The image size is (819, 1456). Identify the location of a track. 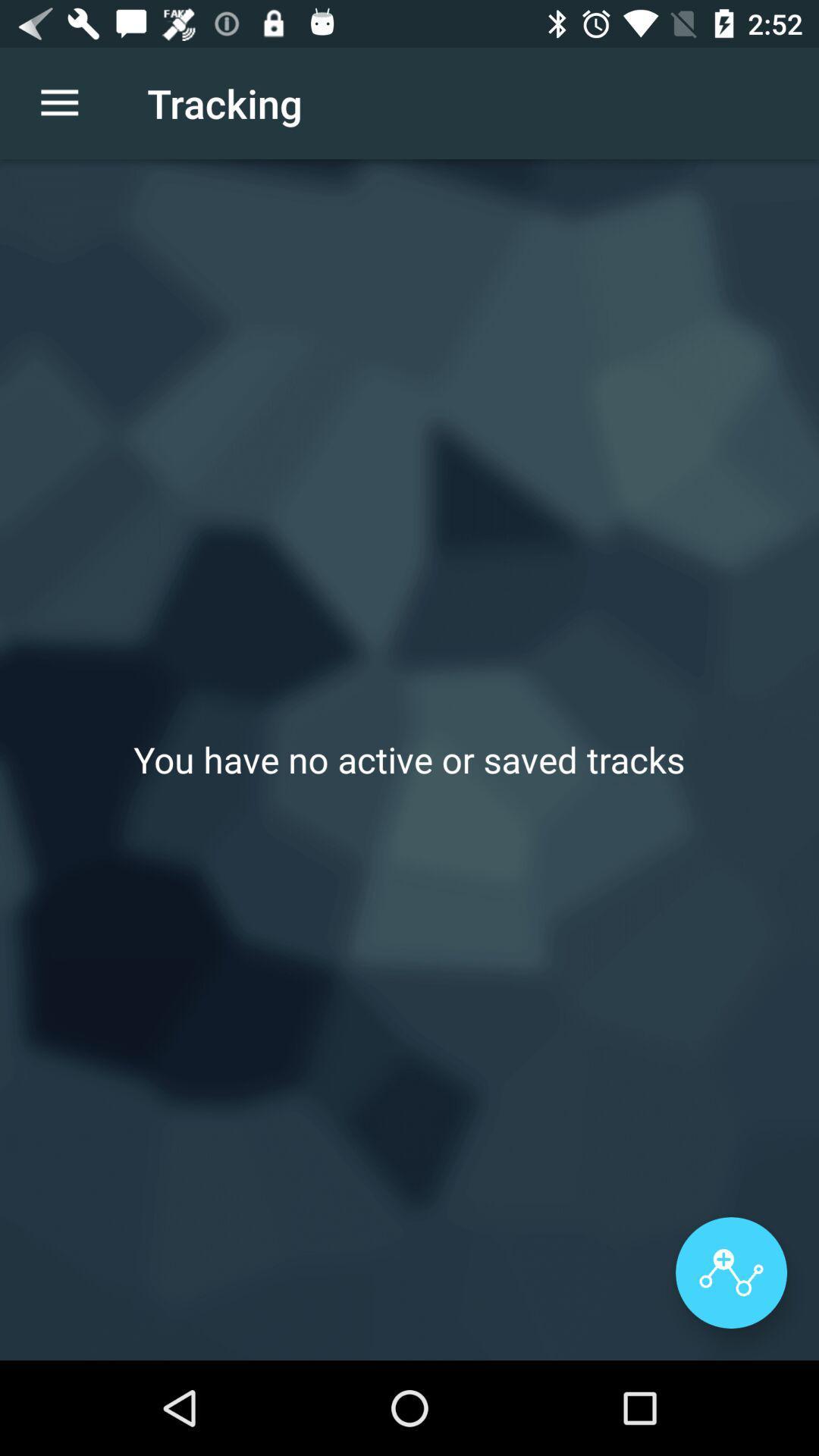
(730, 1272).